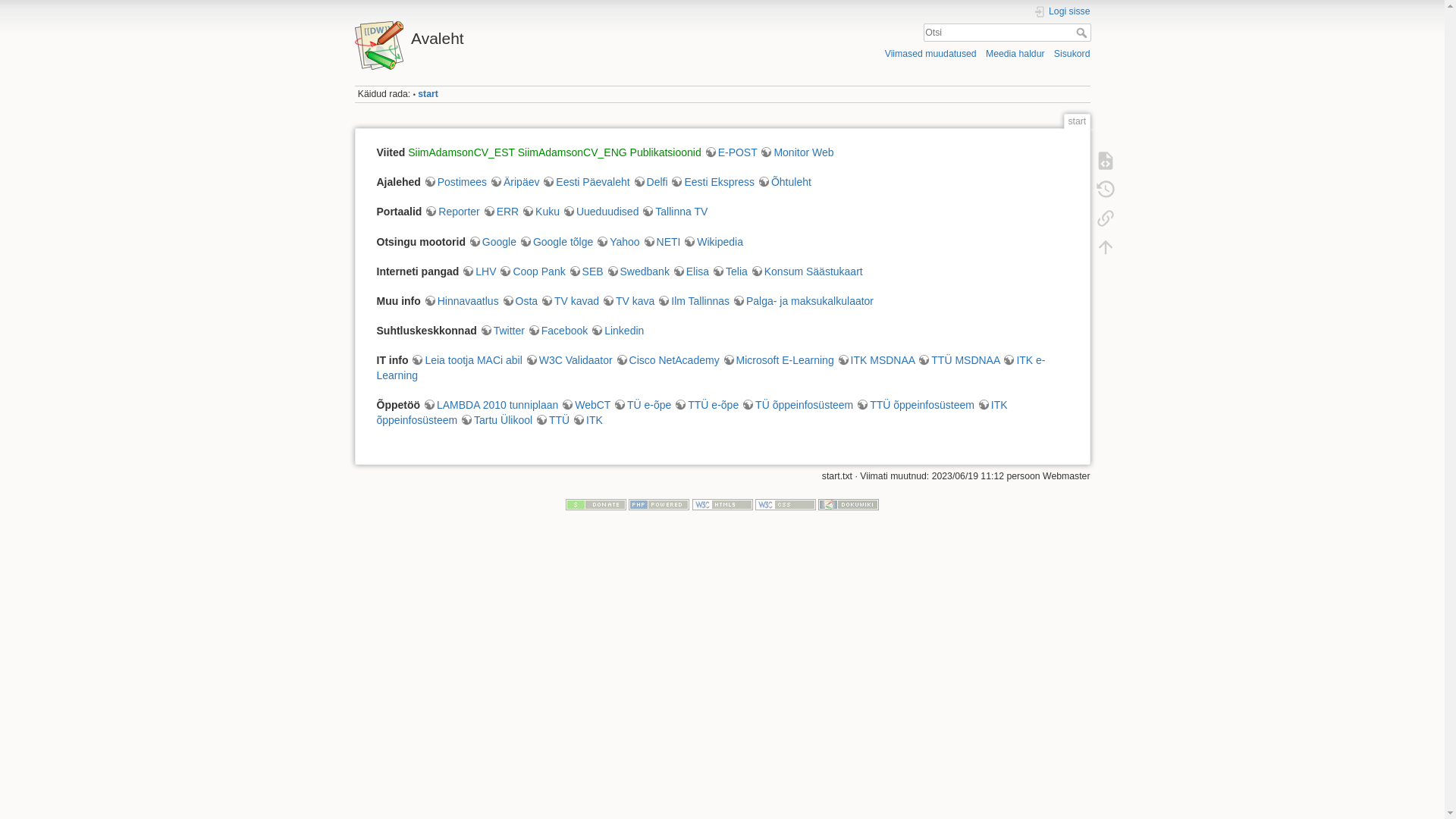 Image resolution: width=1456 pixels, height=819 pixels. Describe the element at coordinates (847, 504) in the screenshot. I see `'Driven by DokuWiki'` at that location.